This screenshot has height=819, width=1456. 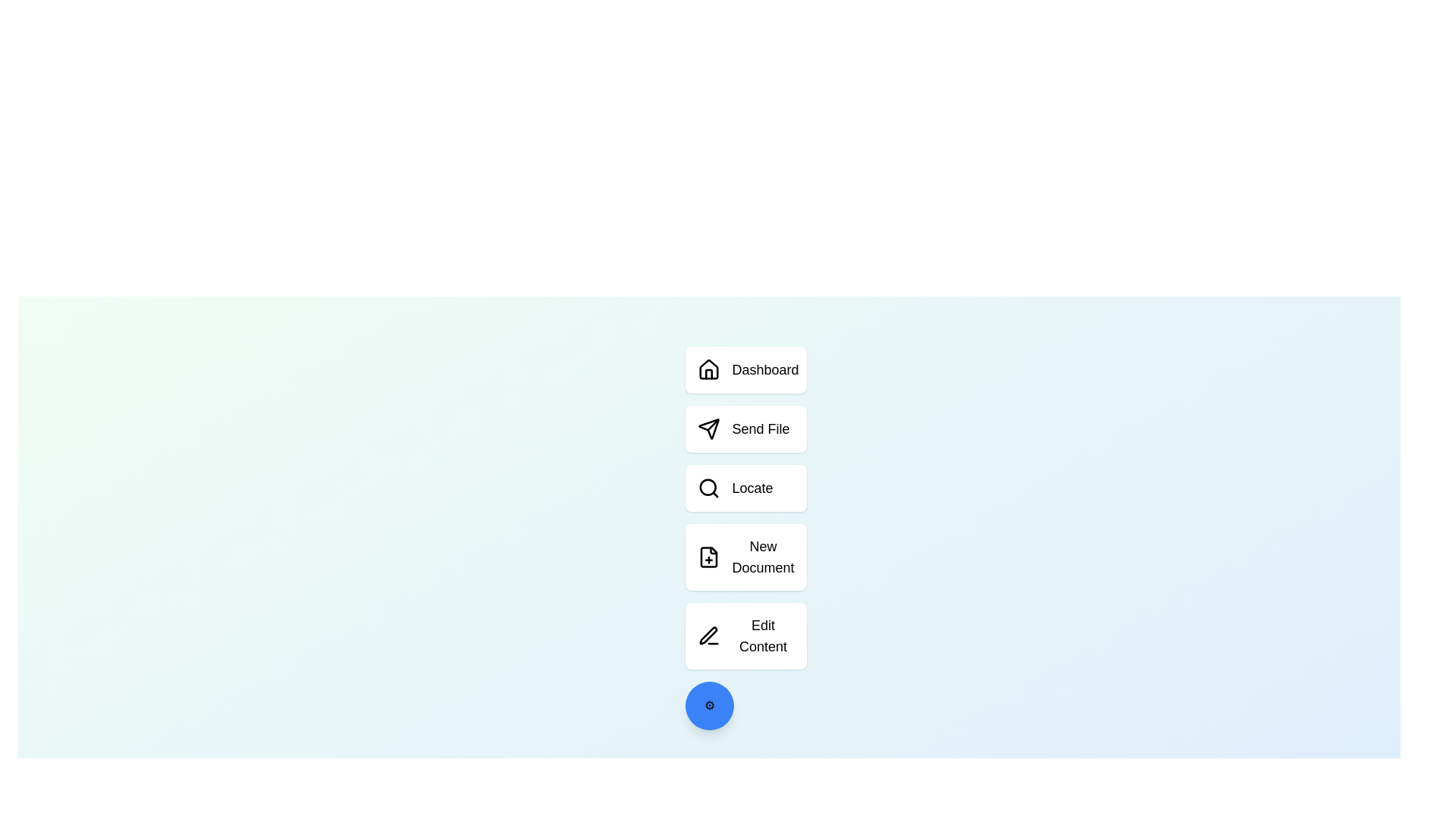 I want to click on the Edit Content button in the menu, so click(x=745, y=636).